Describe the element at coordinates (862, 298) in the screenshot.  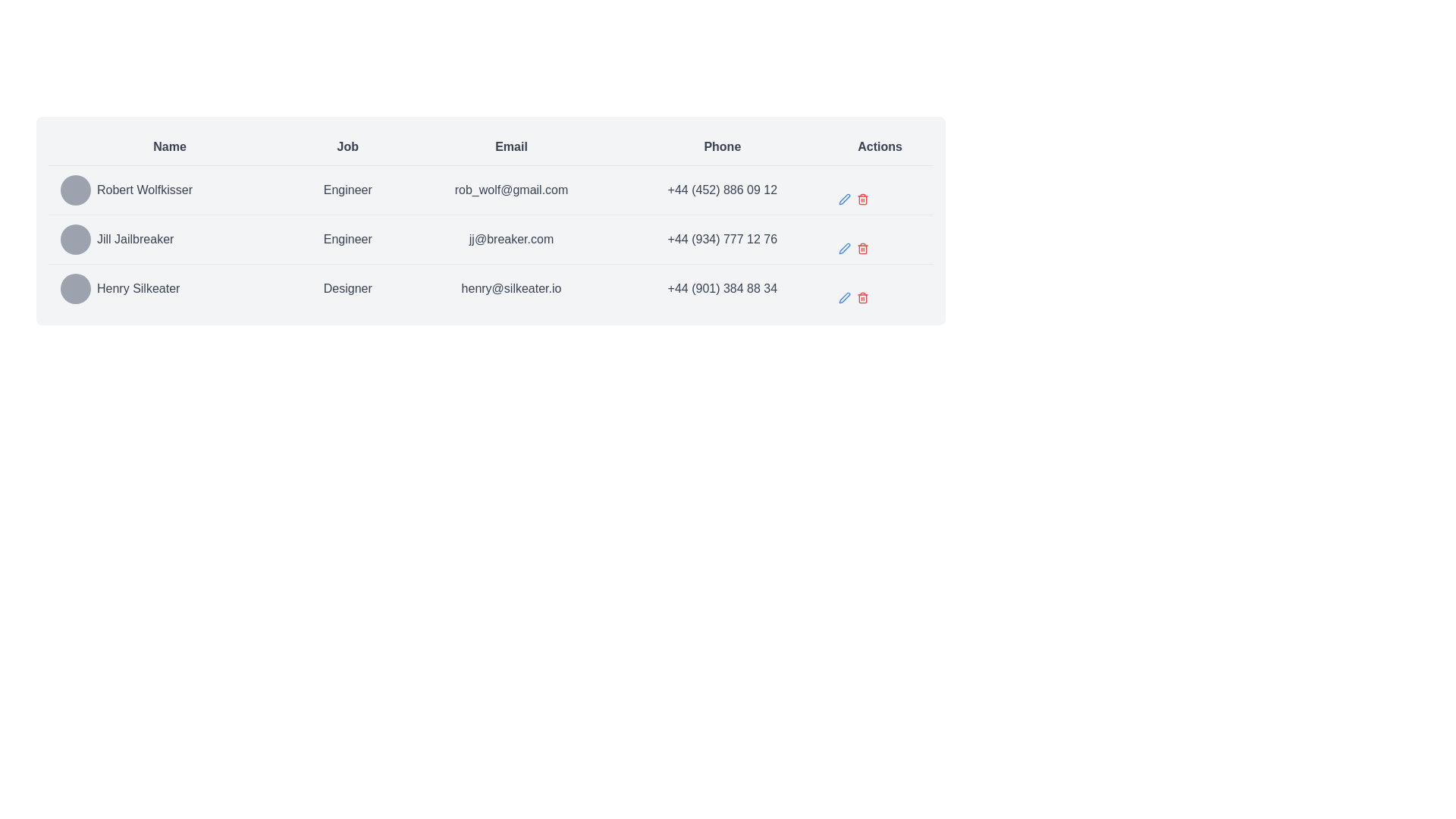
I see `the red trash bin icon button in the Actions column for the row corresponding to Henry Silkeater` at that location.